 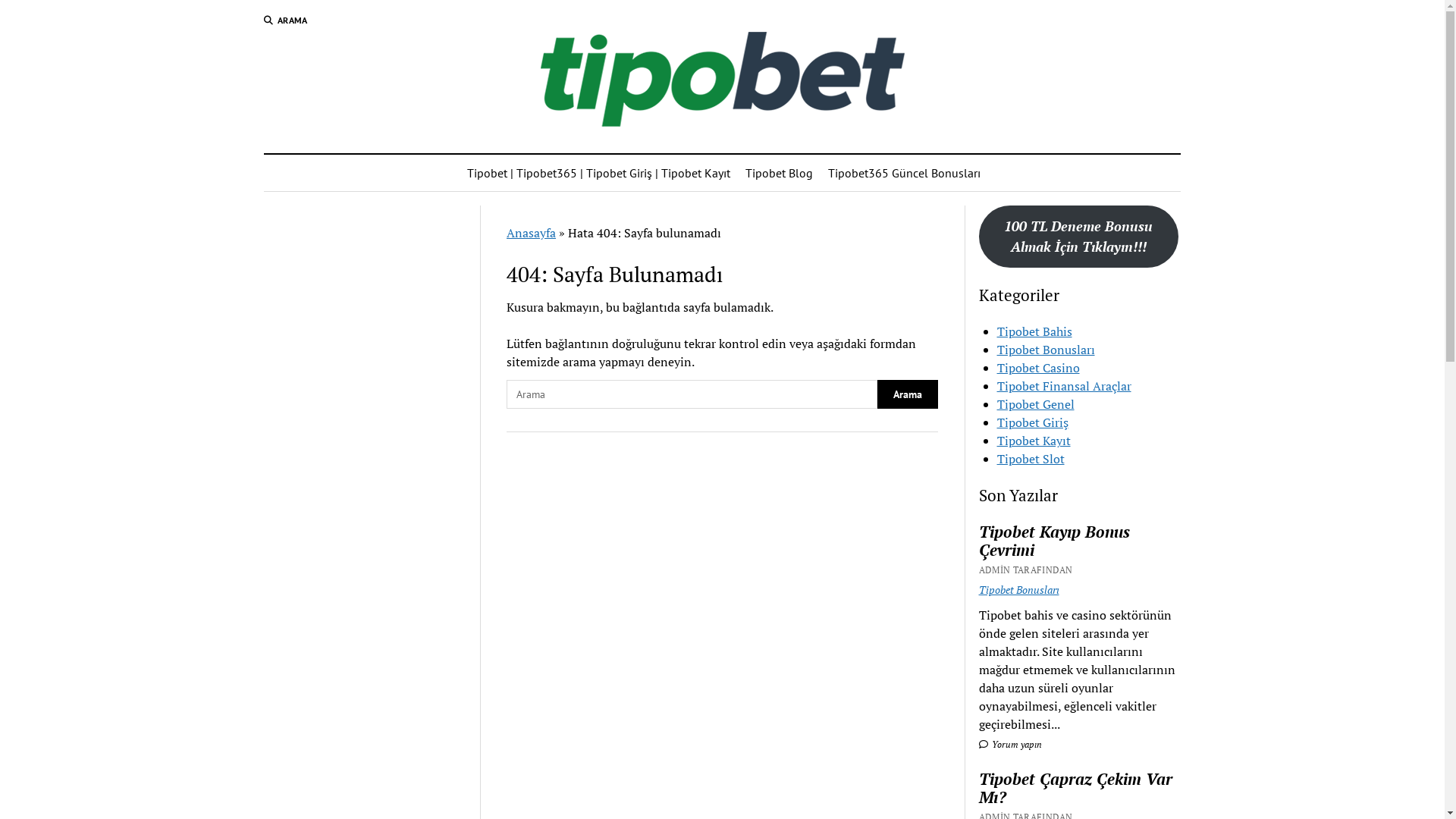 What do you see at coordinates (779, 171) in the screenshot?
I see `'Tipobet Blog'` at bounding box center [779, 171].